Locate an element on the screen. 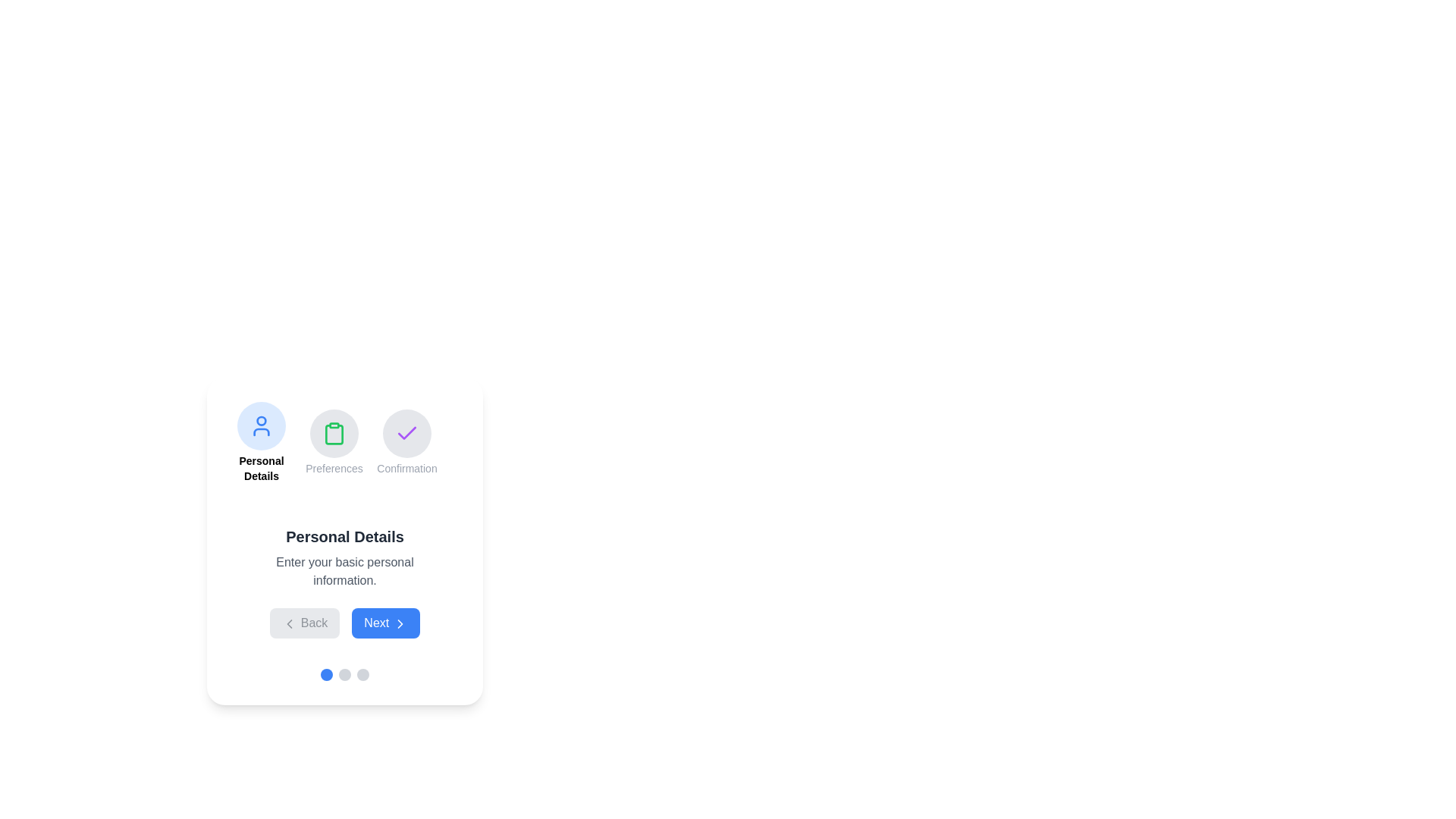  the 'Confirmation' label, which provides context for the checkmark icon above it, to engage with adjacent components is located at coordinates (407, 467).